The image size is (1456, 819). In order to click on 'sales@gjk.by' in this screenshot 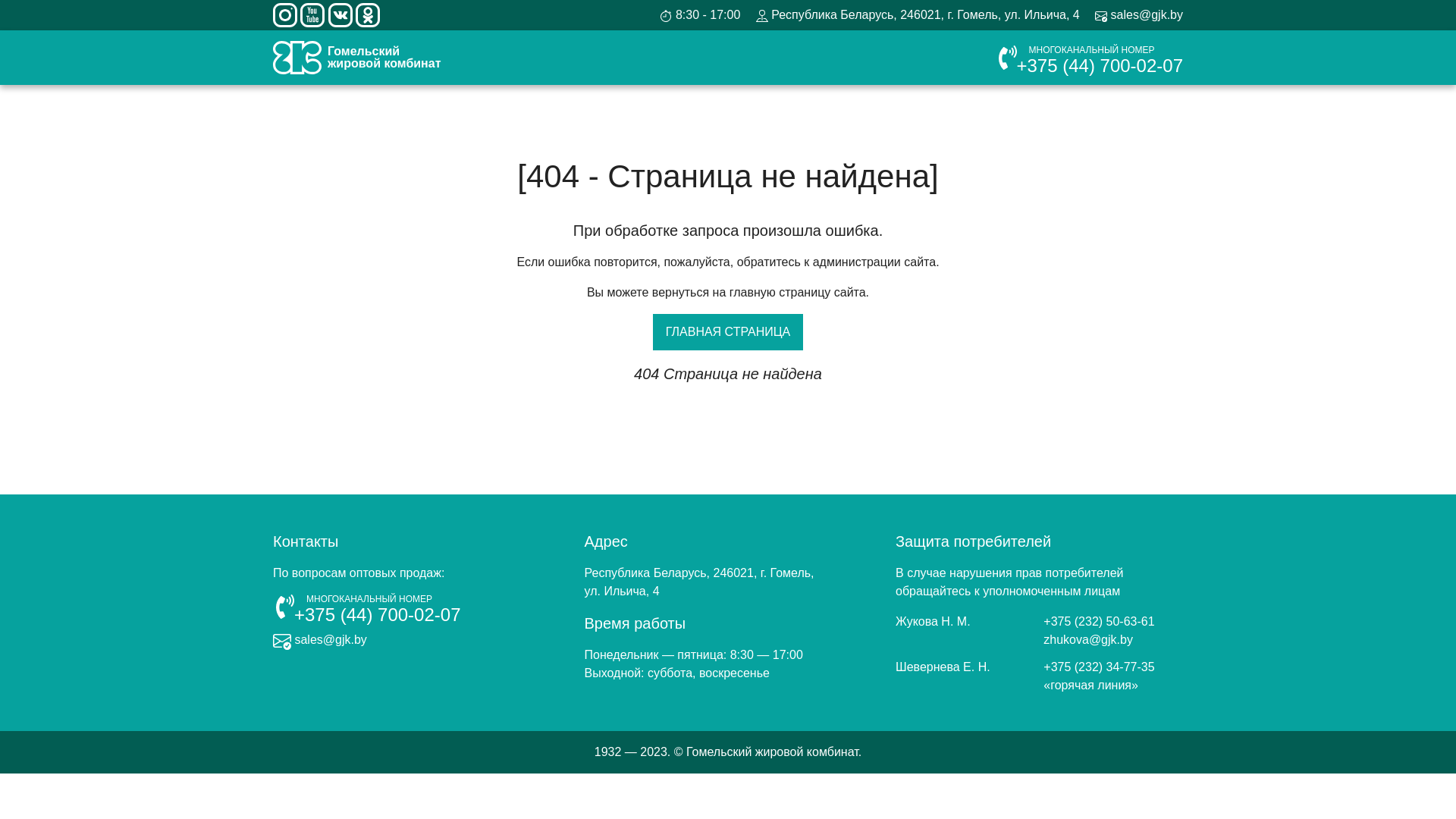, I will do `click(1095, 14)`.